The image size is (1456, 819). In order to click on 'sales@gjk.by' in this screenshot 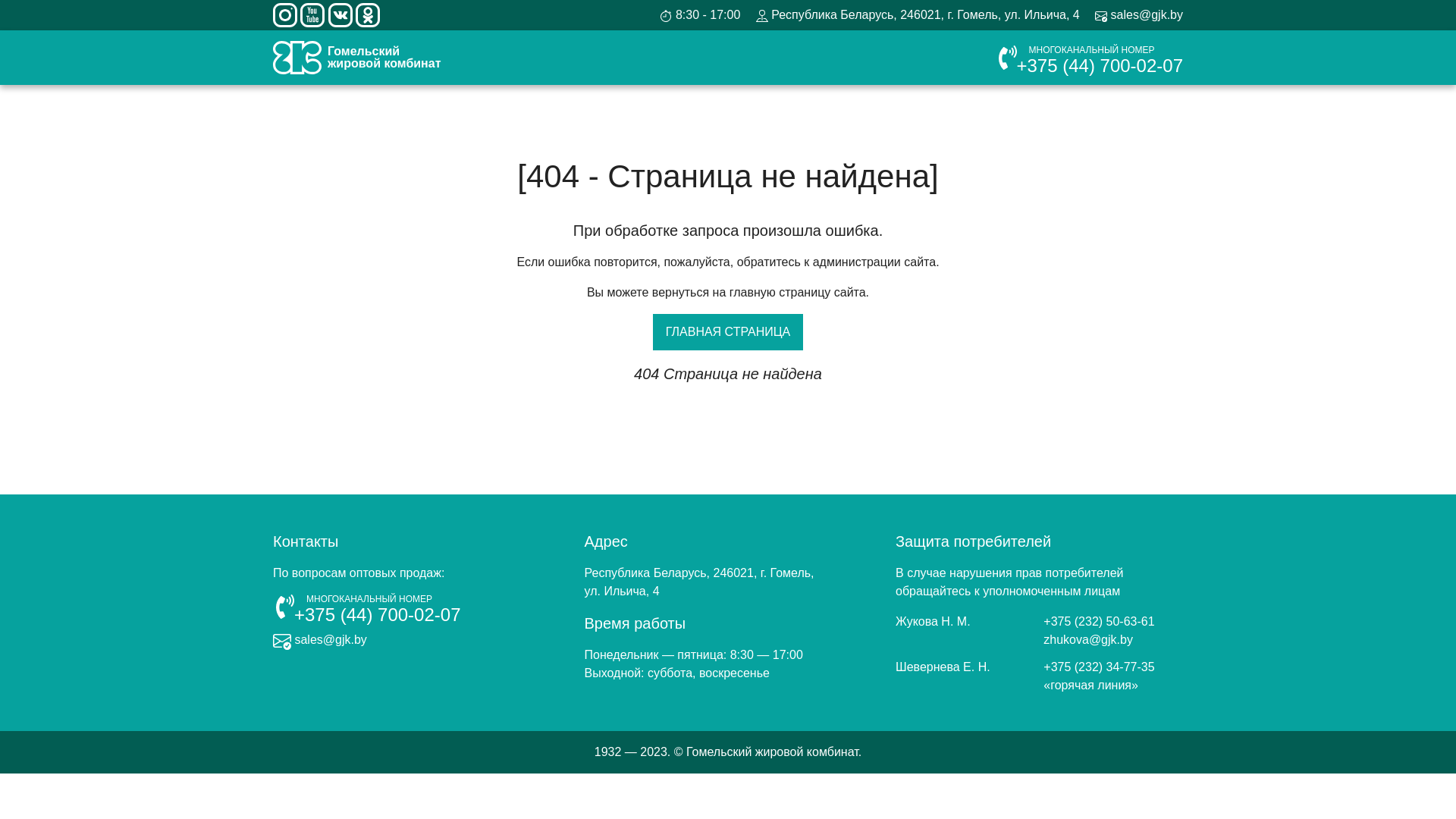, I will do `click(1095, 14)`.